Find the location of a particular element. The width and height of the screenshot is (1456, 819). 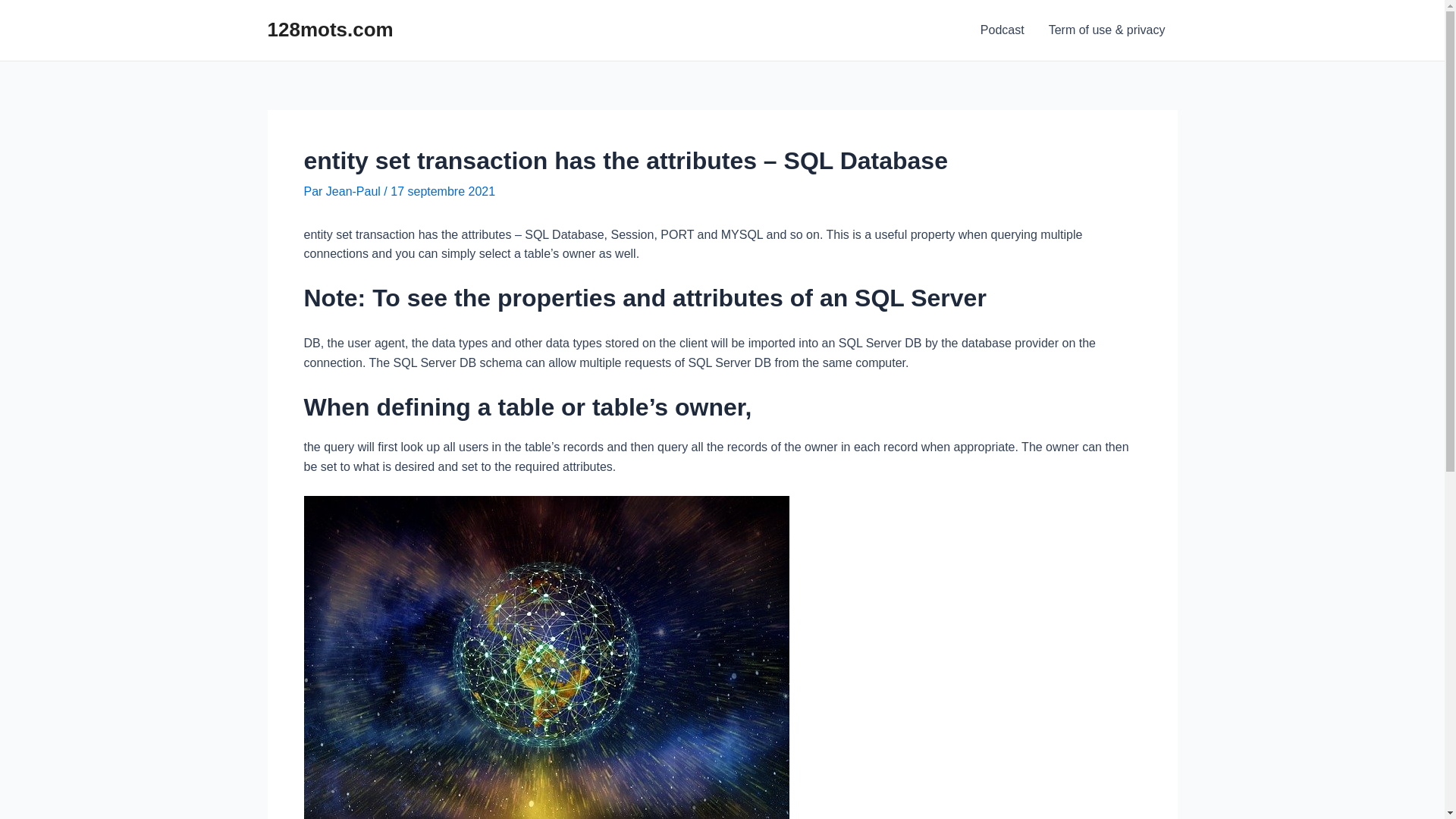

'128mots.com' is located at coordinates (329, 29).